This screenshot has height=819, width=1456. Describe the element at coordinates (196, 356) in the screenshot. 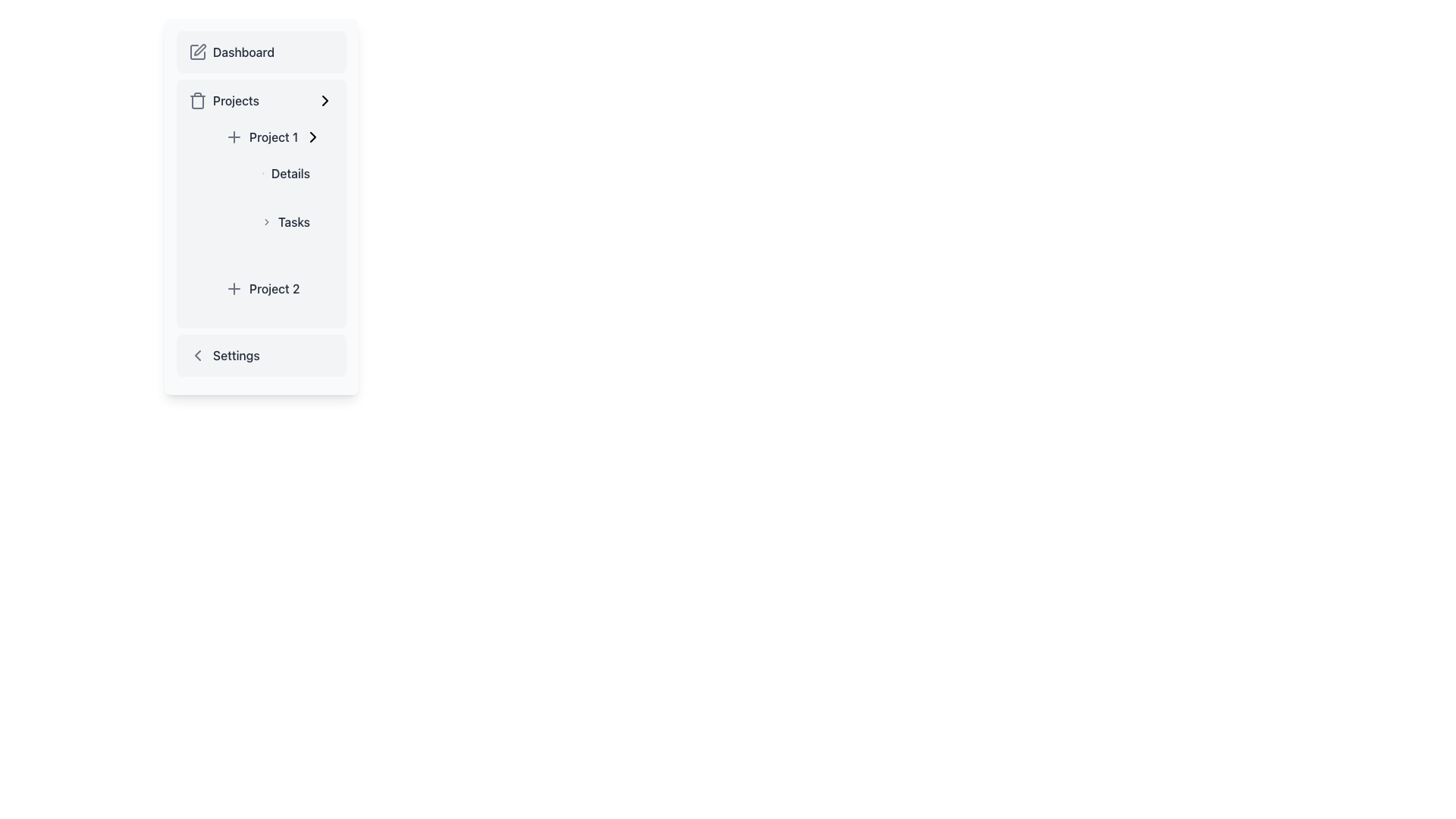

I see `the chevron icon located to the left of the 'Settings' text label in the vertical navigation menu` at that location.